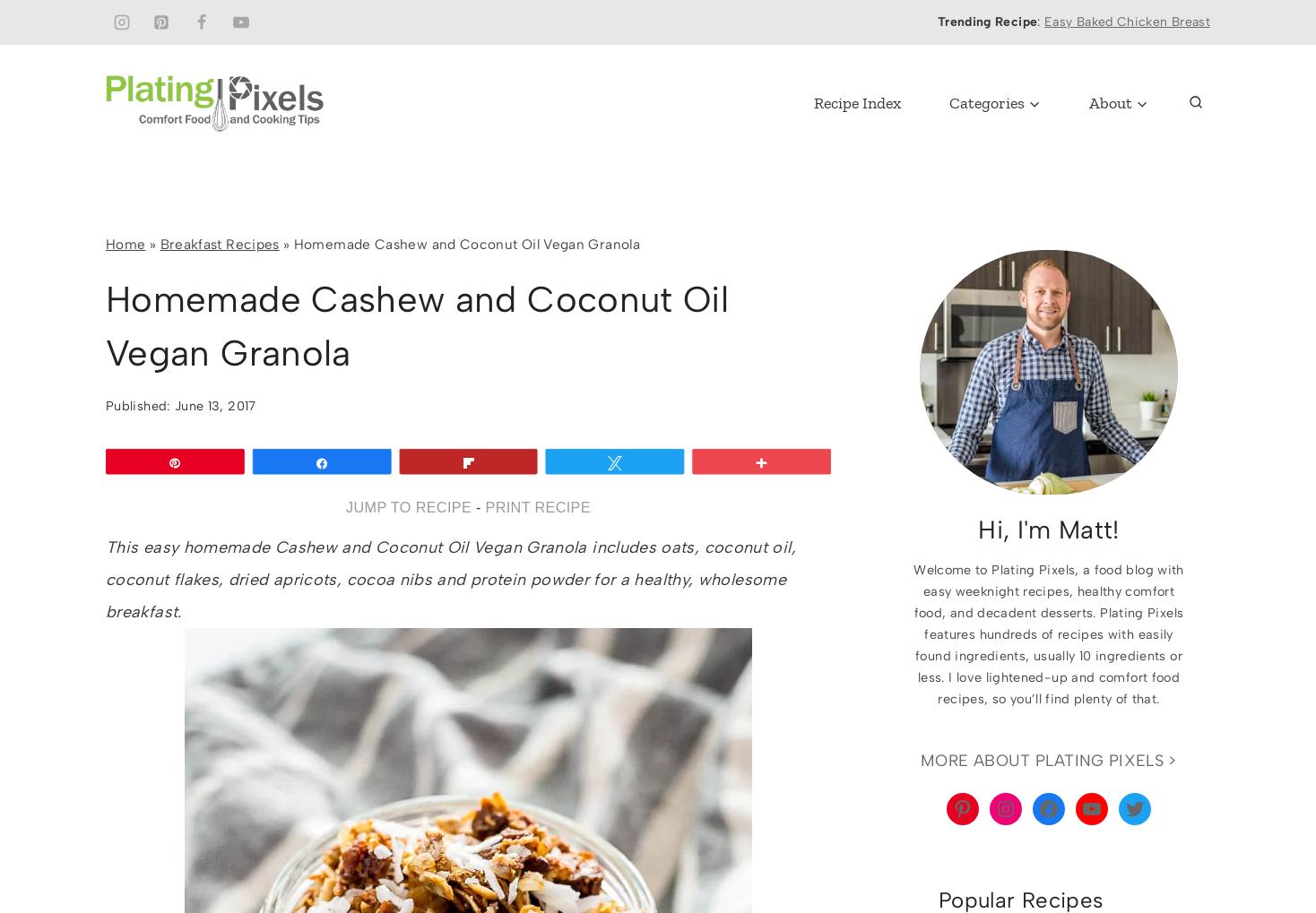  Describe the element at coordinates (987, 21) in the screenshot. I see `'Trending Recipe'` at that location.